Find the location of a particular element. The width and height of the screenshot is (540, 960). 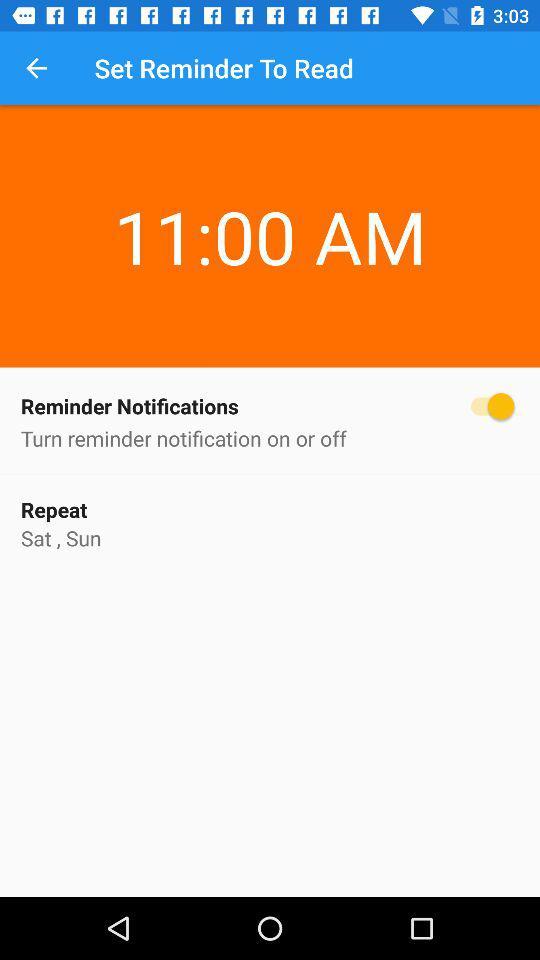

item above reminder notifications icon is located at coordinates (36, 68).